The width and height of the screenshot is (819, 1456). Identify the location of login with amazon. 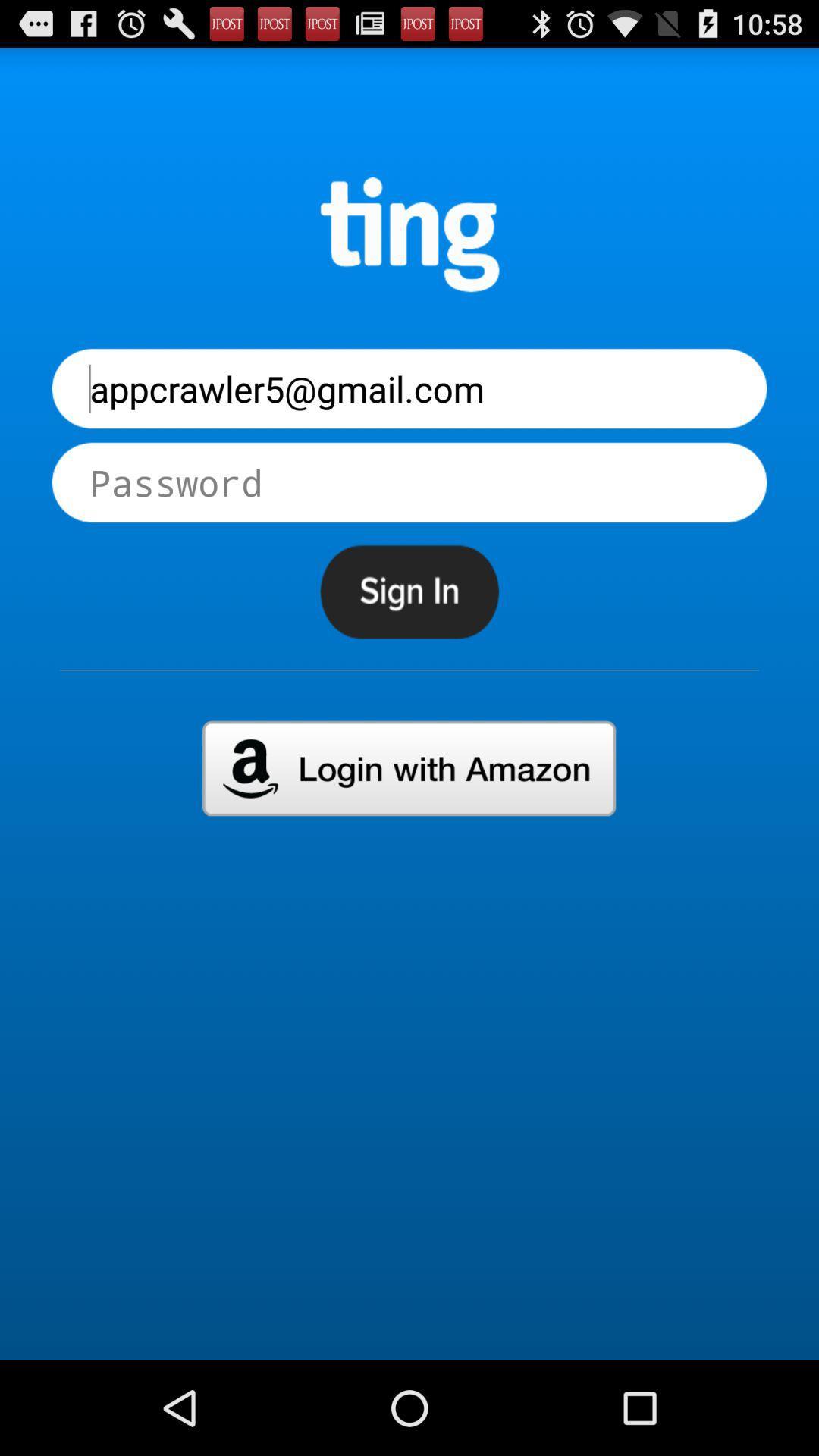
(408, 768).